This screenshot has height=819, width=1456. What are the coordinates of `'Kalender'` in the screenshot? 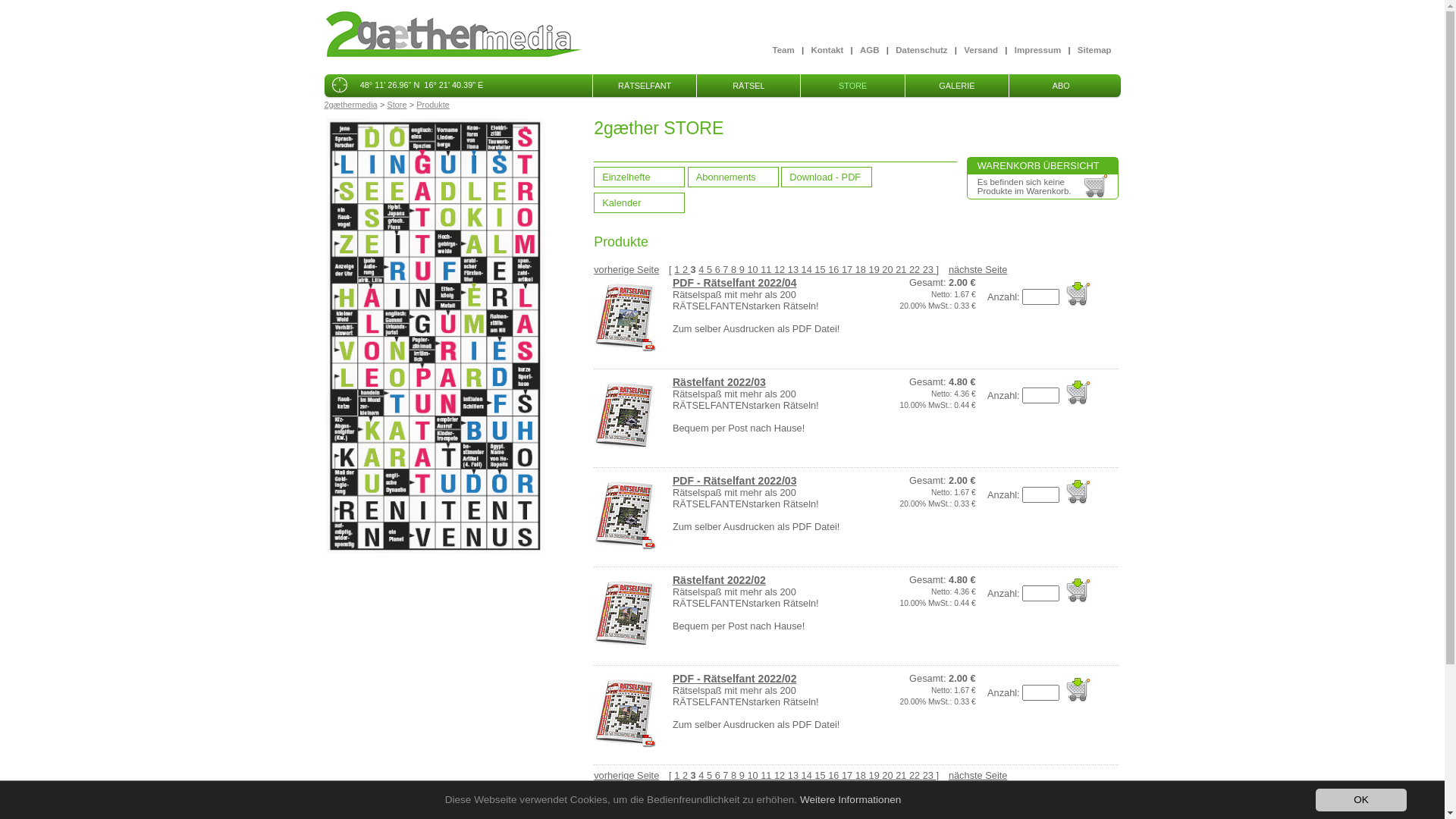 It's located at (639, 202).